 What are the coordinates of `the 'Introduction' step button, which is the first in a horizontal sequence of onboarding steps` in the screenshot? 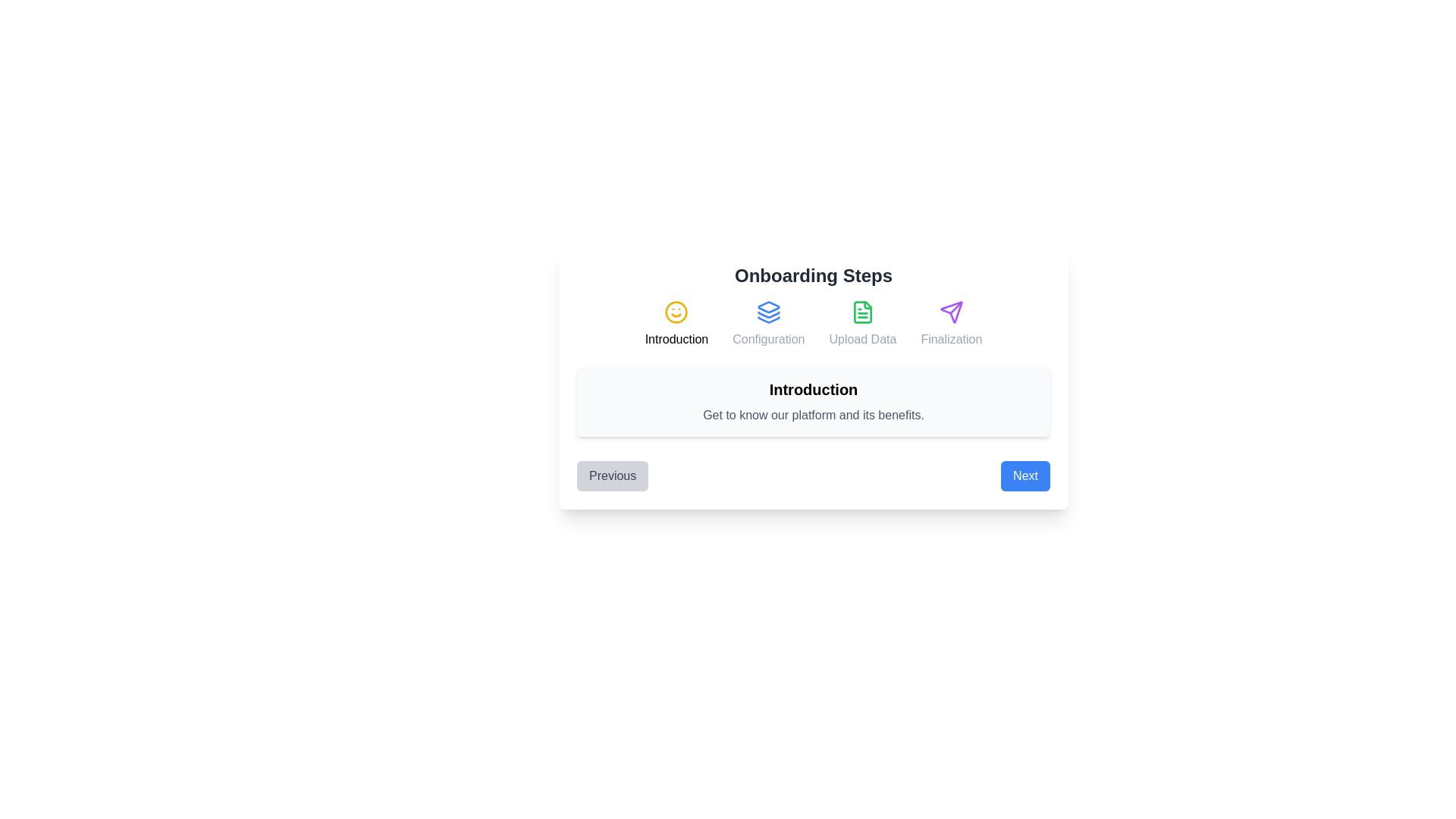 It's located at (676, 324).